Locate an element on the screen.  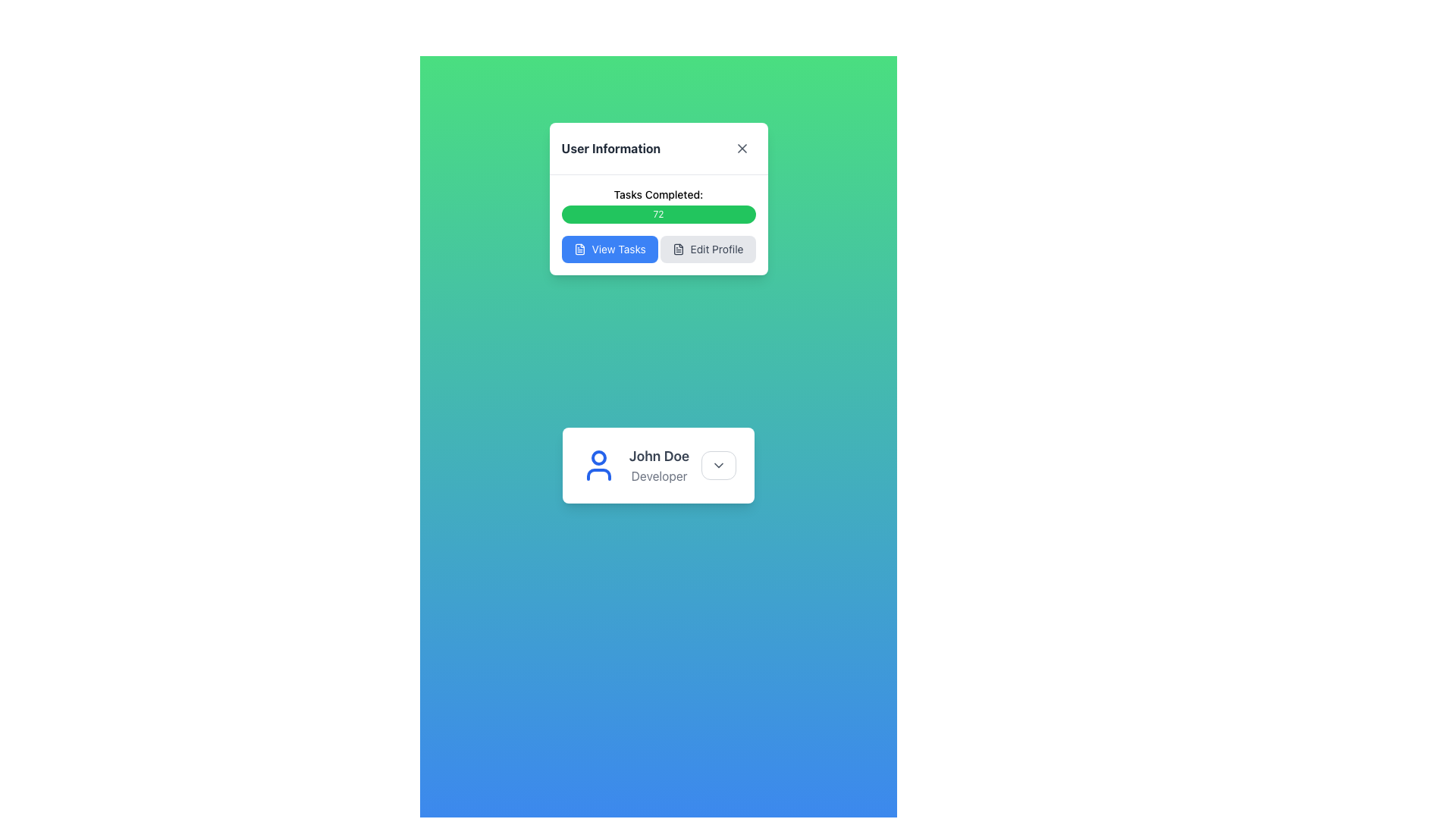
the document icon within the blue 'View Tasks' button located below the 'Tasks Completed' progress bar in the 'User Information' dialog box is located at coordinates (579, 248).